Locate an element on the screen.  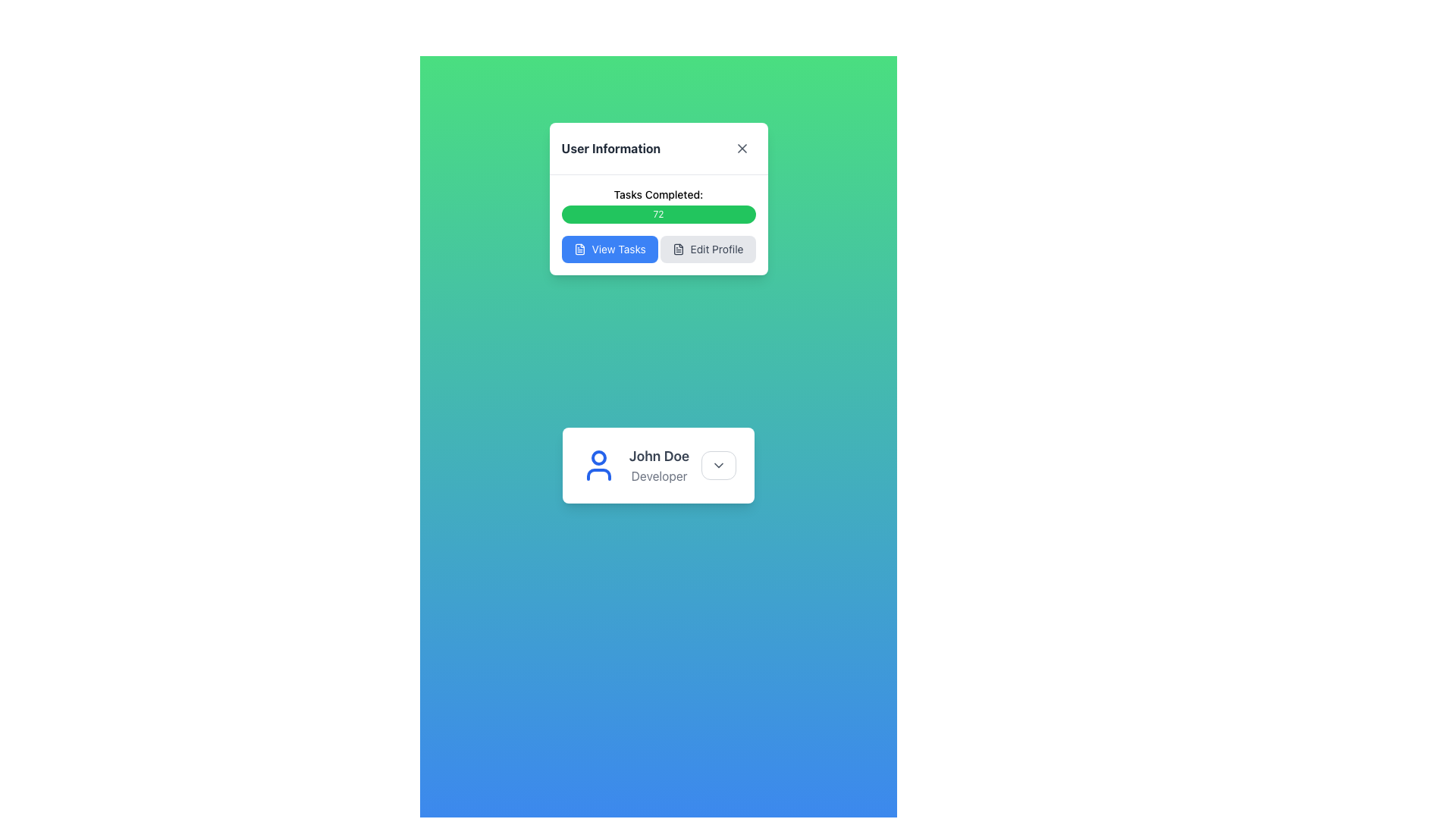
the document icon within the blue 'View Tasks' button located below the 'Tasks Completed' progress bar in the 'User Information' dialog box is located at coordinates (579, 248).